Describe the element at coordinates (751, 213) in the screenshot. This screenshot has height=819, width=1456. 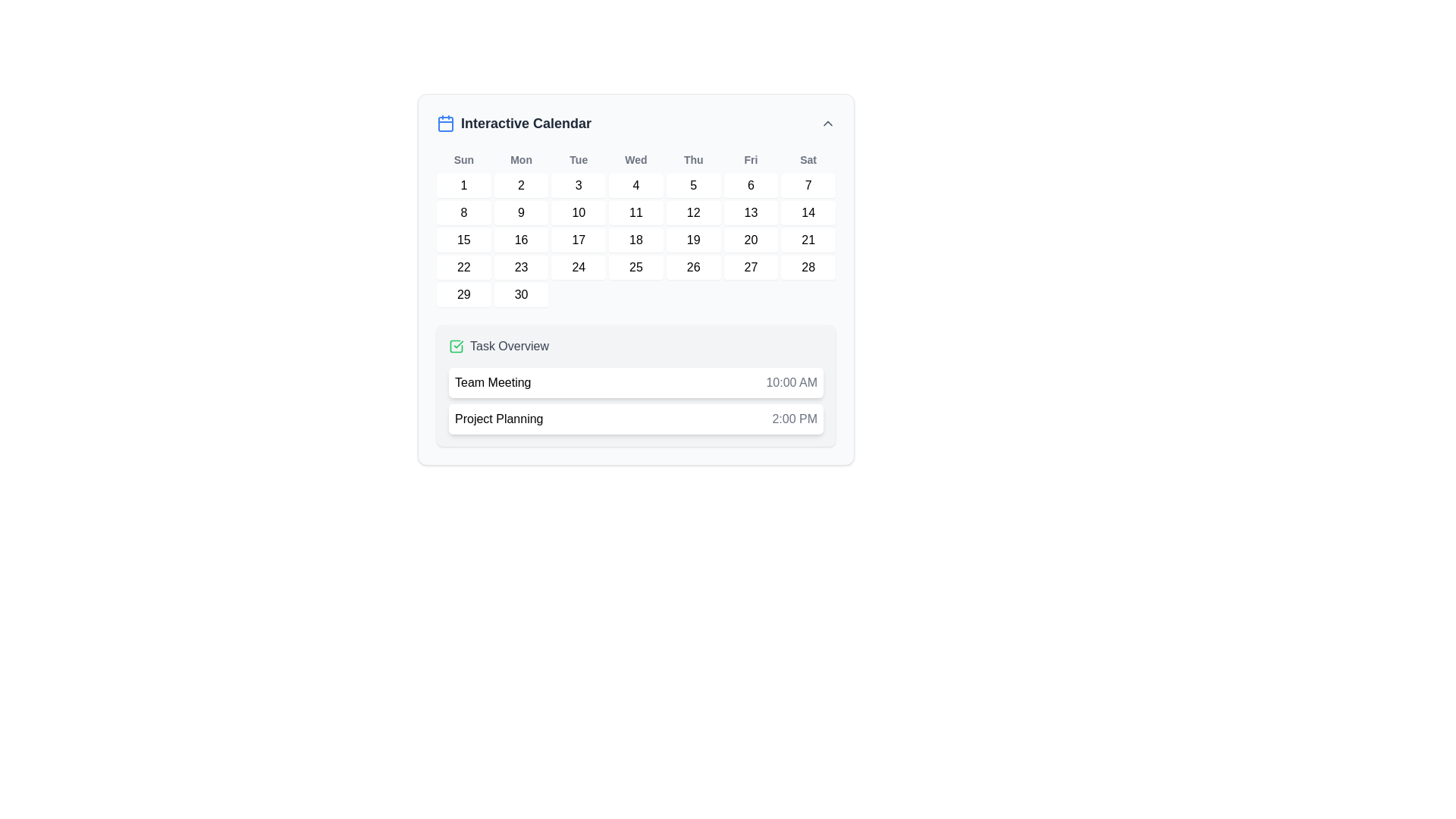
I see `the interactive calendar cell representing the date 13, located` at that location.